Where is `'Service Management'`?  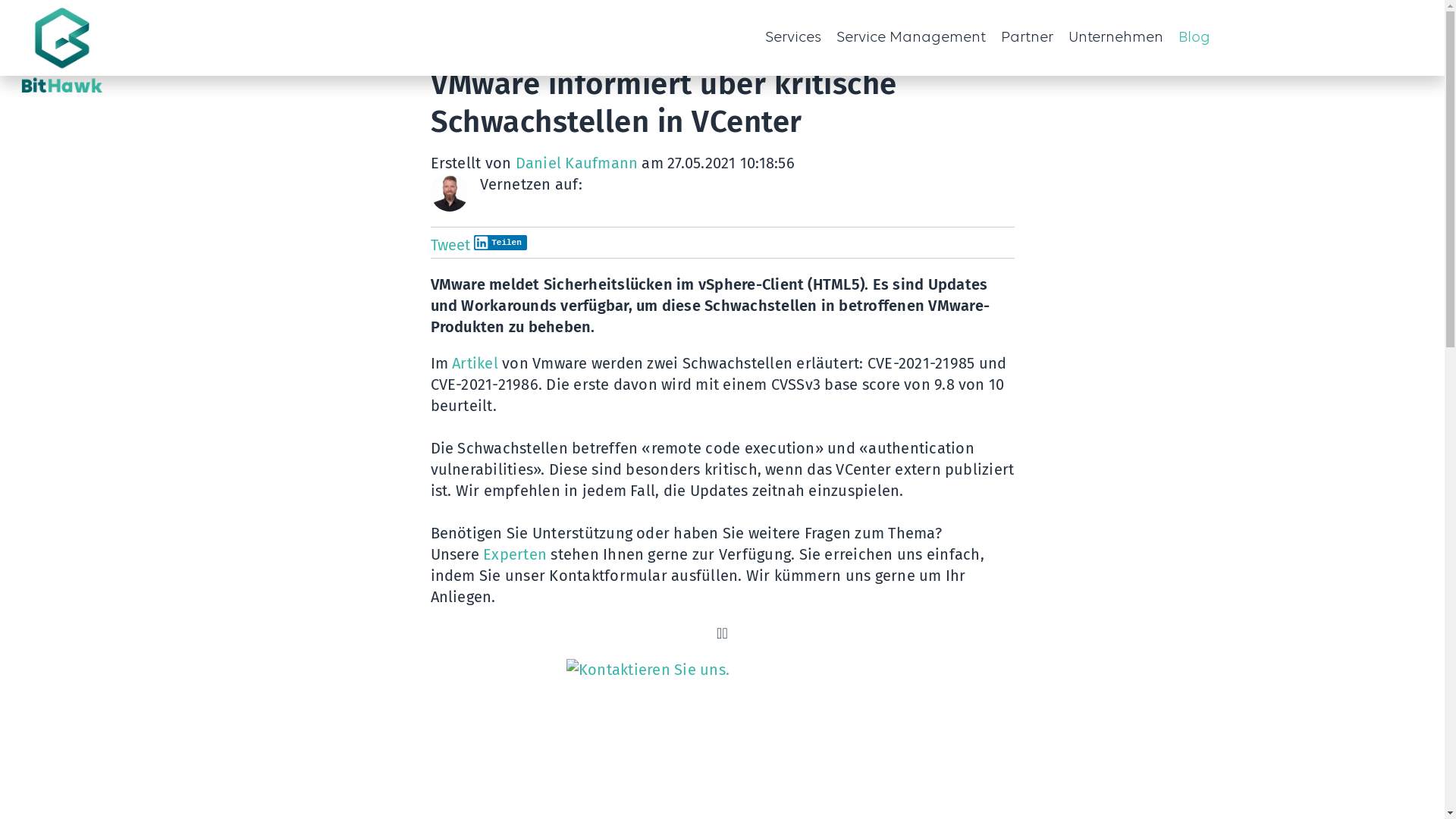 'Service Management' is located at coordinates (827, 37).